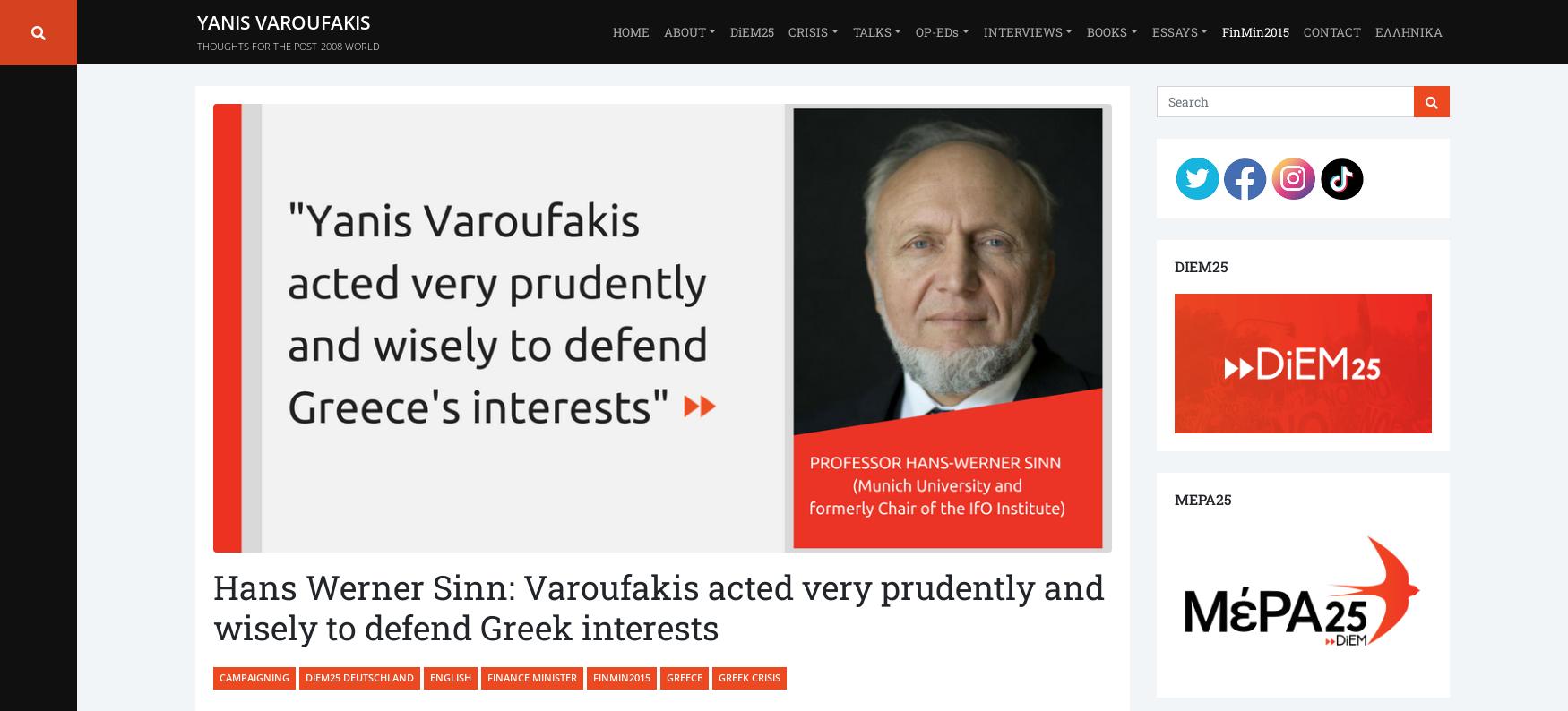  Describe the element at coordinates (659, 606) in the screenshot. I see `'Hans Werner Sinn: Varoufakis acted very prudently and wisely to defend Greek interests'` at that location.